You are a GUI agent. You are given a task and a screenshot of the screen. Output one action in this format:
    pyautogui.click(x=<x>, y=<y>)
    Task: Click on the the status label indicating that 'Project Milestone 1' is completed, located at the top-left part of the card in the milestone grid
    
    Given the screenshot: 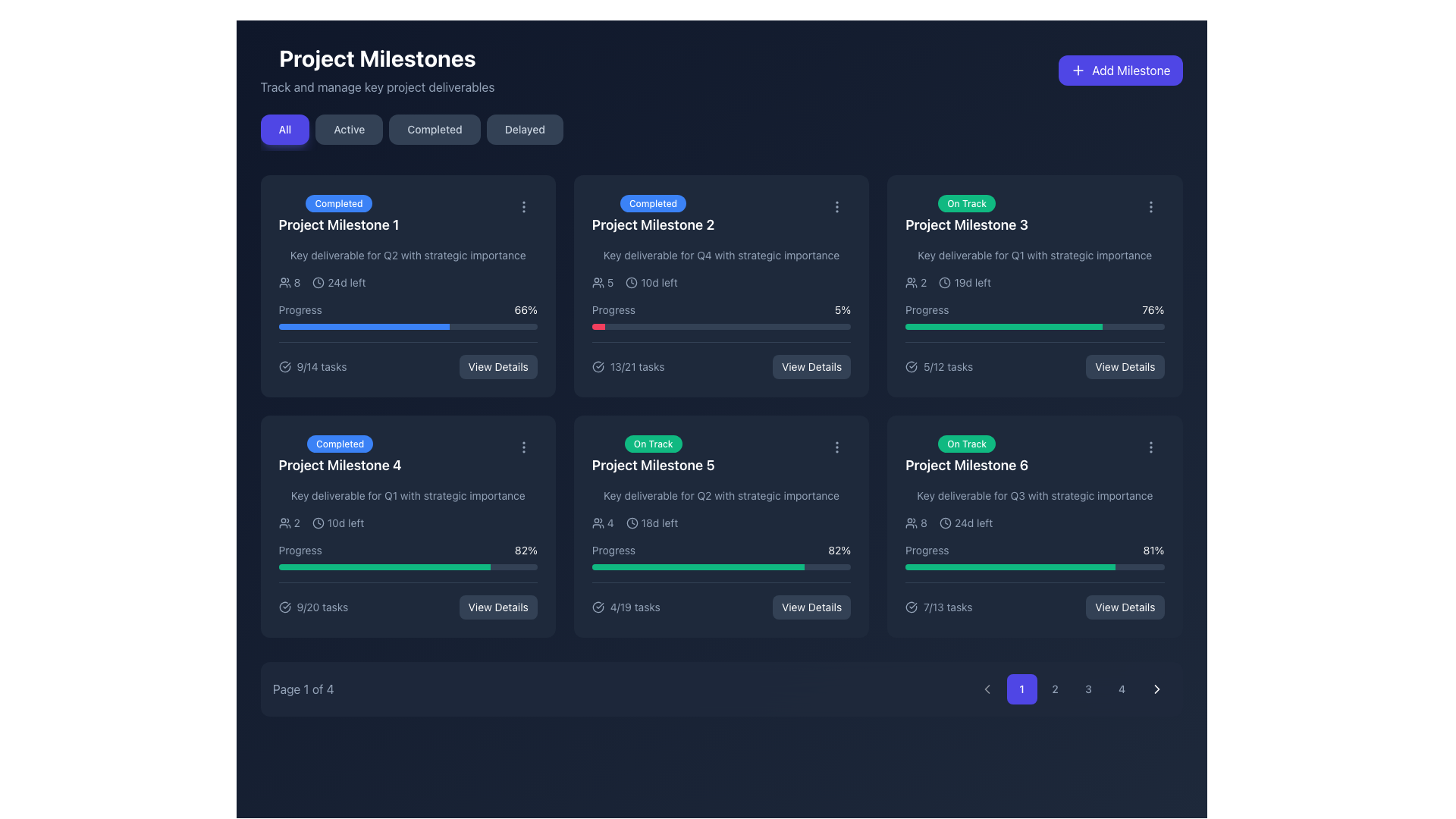 What is the action you would take?
    pyautogui.click(x=337, y=202)
    